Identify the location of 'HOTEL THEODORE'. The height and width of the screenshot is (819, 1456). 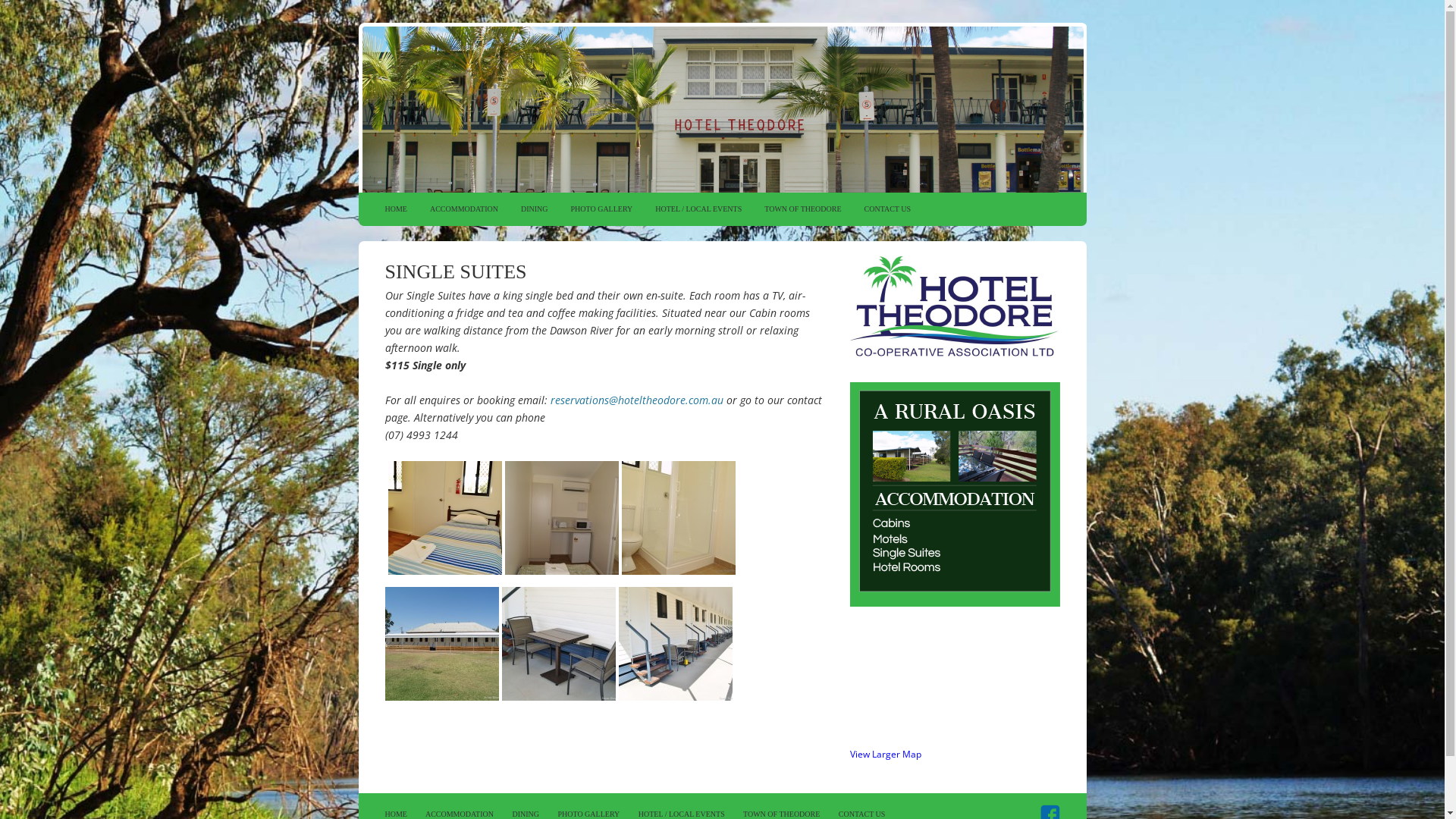
(720, 107).